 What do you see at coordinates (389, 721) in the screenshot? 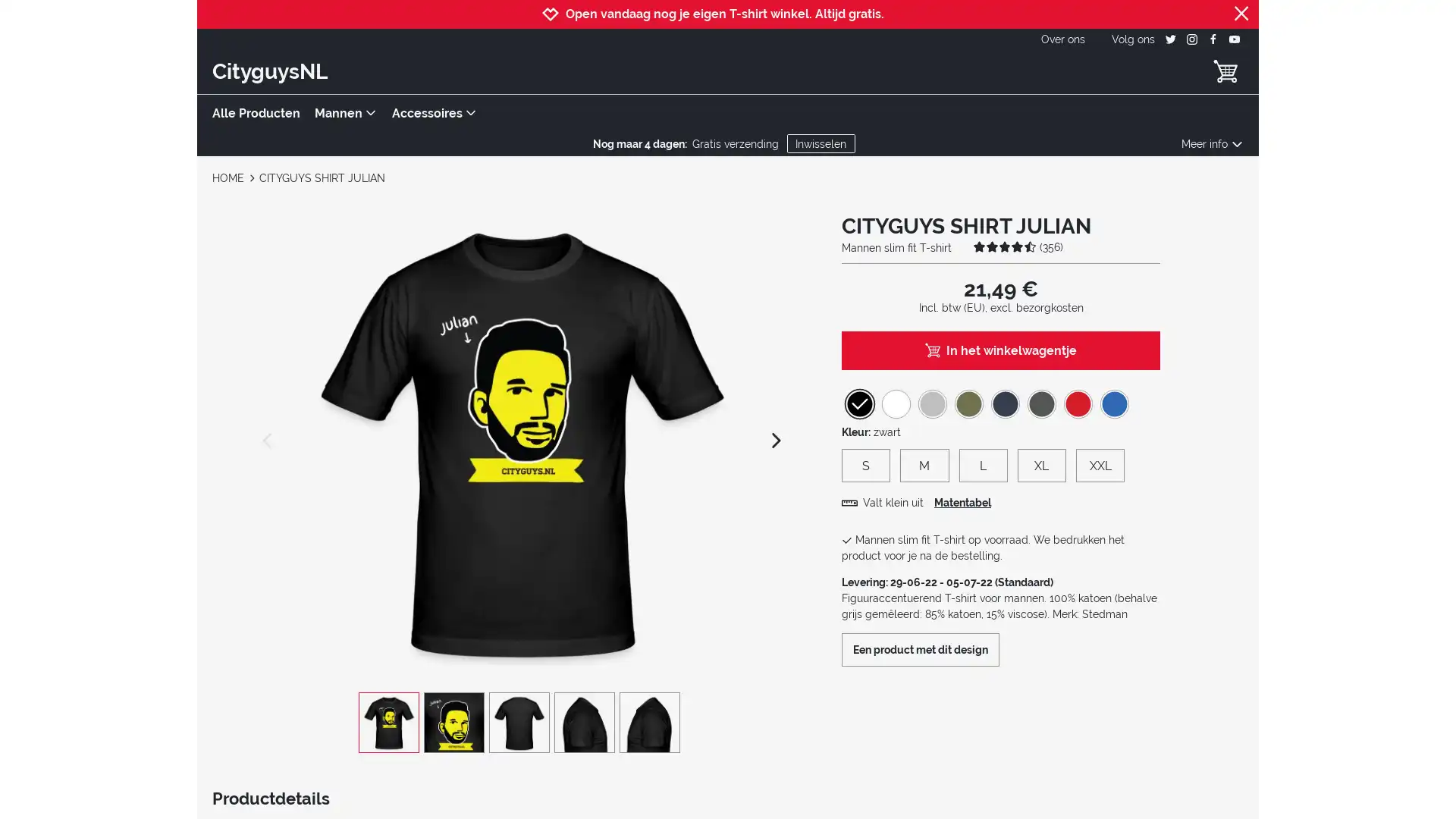
I see `CITYGUYS SHIRT JULIAN view 1` at bounding box center [389, 721].